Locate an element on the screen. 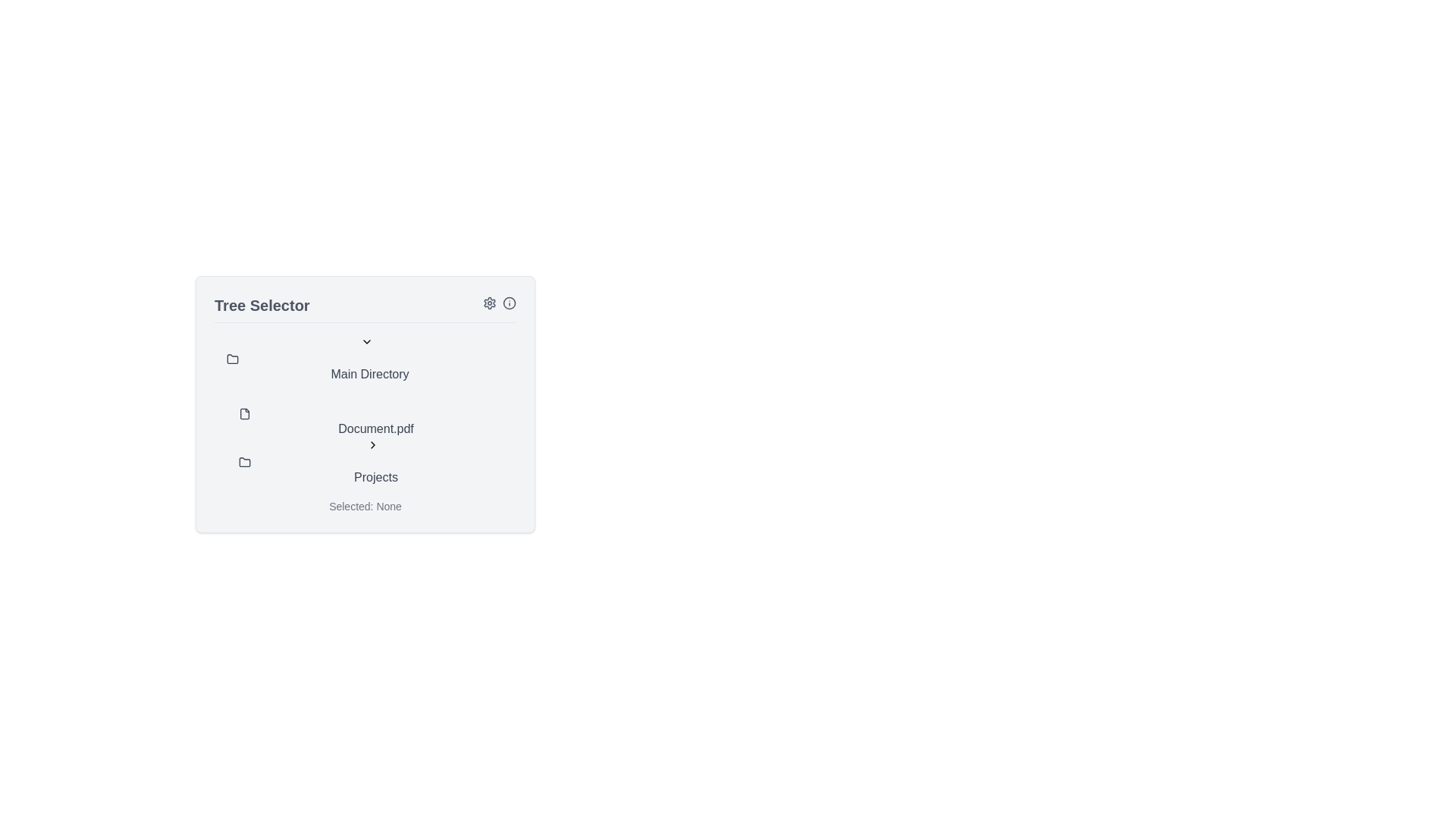  the settings icon in the 'Tree Selector' interface located in the top-right corner beside a red icon is located at coordinates (490, 303).